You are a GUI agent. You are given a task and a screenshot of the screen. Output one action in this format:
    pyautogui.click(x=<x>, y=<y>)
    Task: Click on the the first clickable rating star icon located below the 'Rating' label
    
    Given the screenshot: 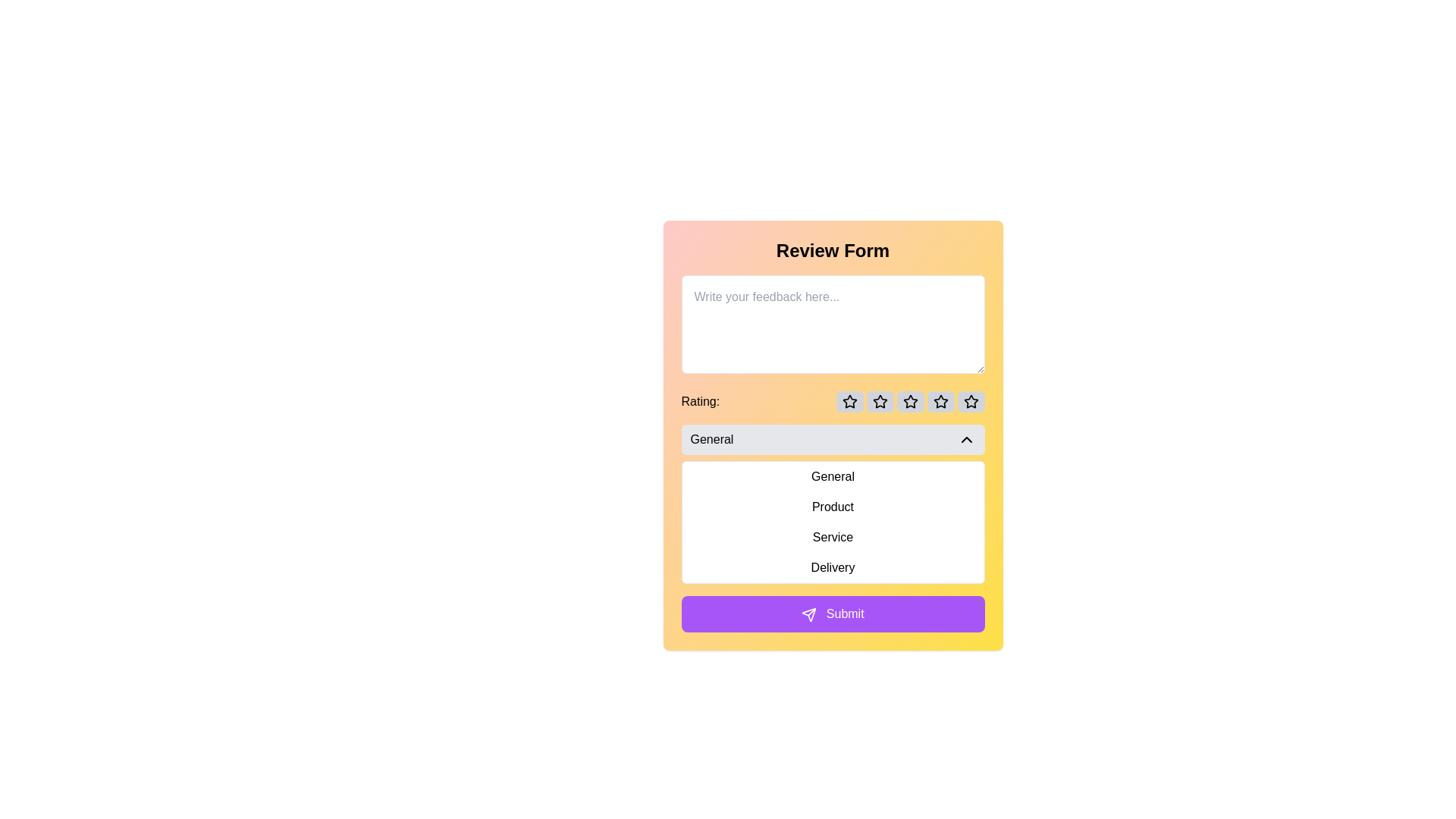 What is the action you would take?
    pyautogui.click(x=849, y=400)
    